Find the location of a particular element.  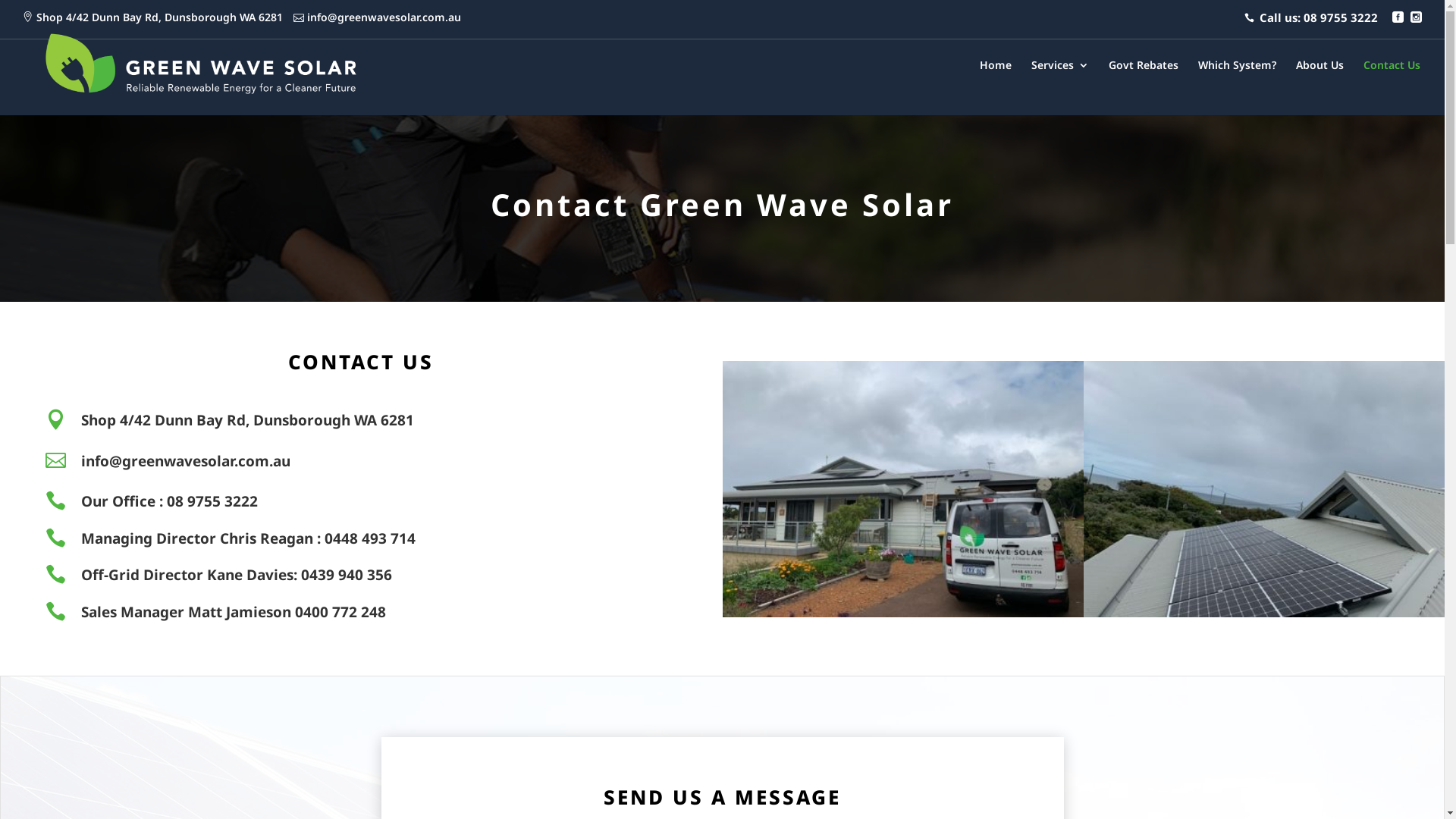

'About Us' is located at coordinates (1294, 86).